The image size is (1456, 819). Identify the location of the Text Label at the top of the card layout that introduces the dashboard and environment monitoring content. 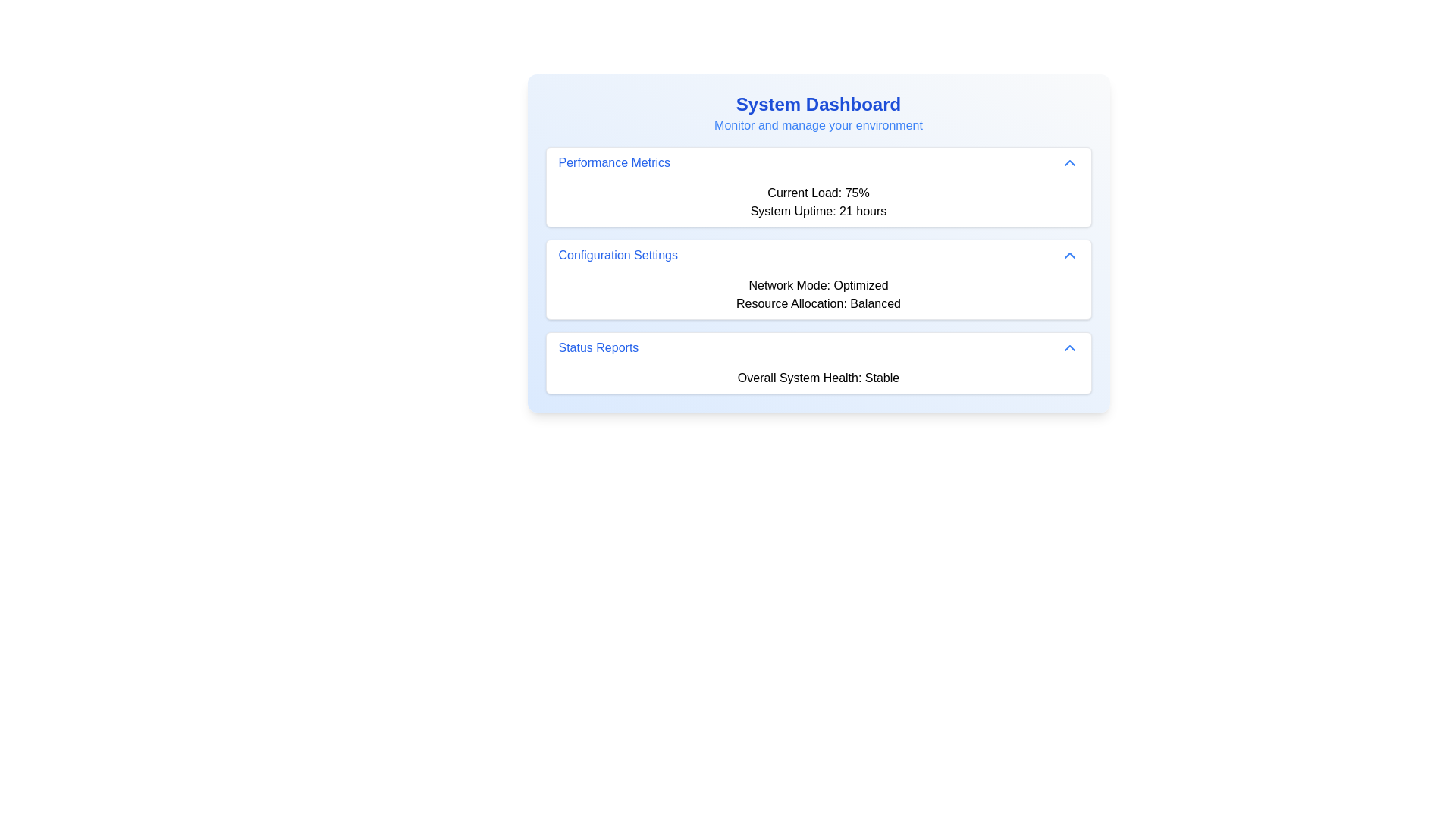
(817, 113).